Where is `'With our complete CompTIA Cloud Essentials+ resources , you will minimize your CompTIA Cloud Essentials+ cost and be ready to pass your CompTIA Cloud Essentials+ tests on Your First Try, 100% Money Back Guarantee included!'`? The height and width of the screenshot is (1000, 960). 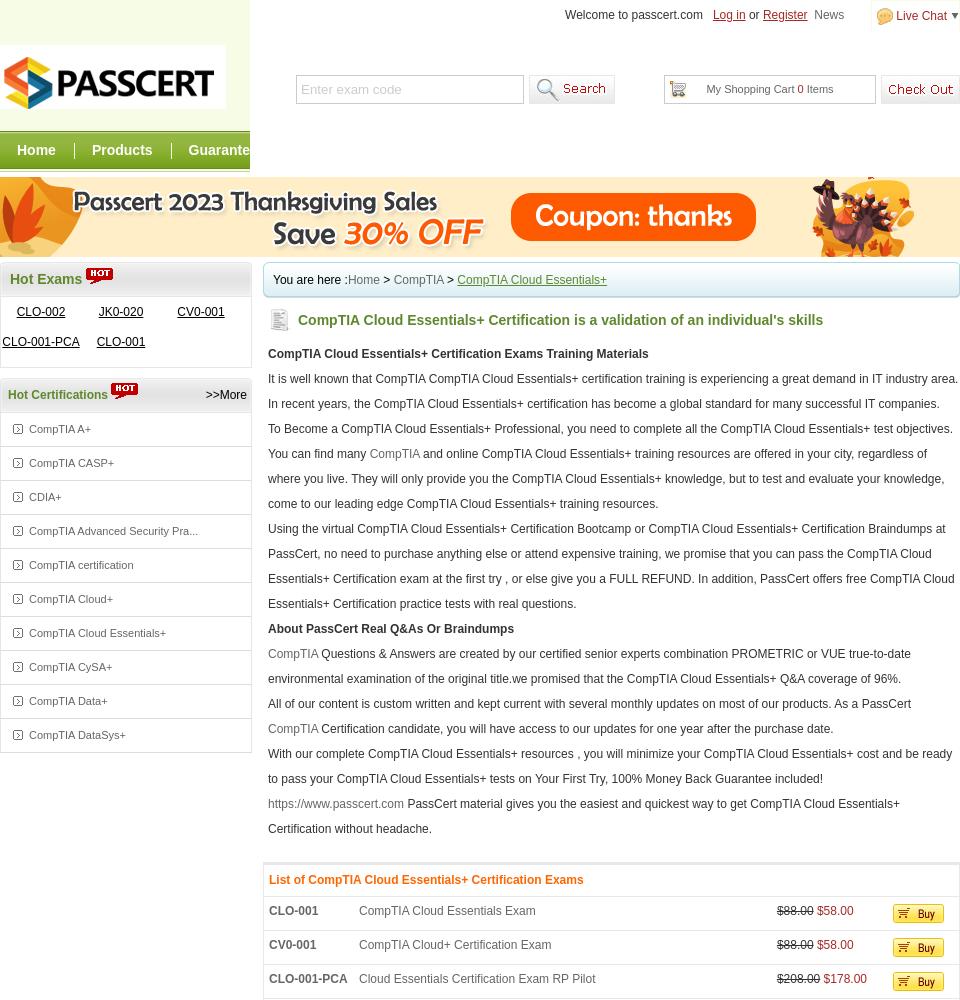
'With our complete CompTIA Cloud Essentials+ resources , you will minimize your CompTIA Cloud Essentials+ cost and be ready to pass your CompTIA Cloud Essentials+ tests on Your First Try, 100% Money Back Guarantee included!' is located at coordinates (608, 766).